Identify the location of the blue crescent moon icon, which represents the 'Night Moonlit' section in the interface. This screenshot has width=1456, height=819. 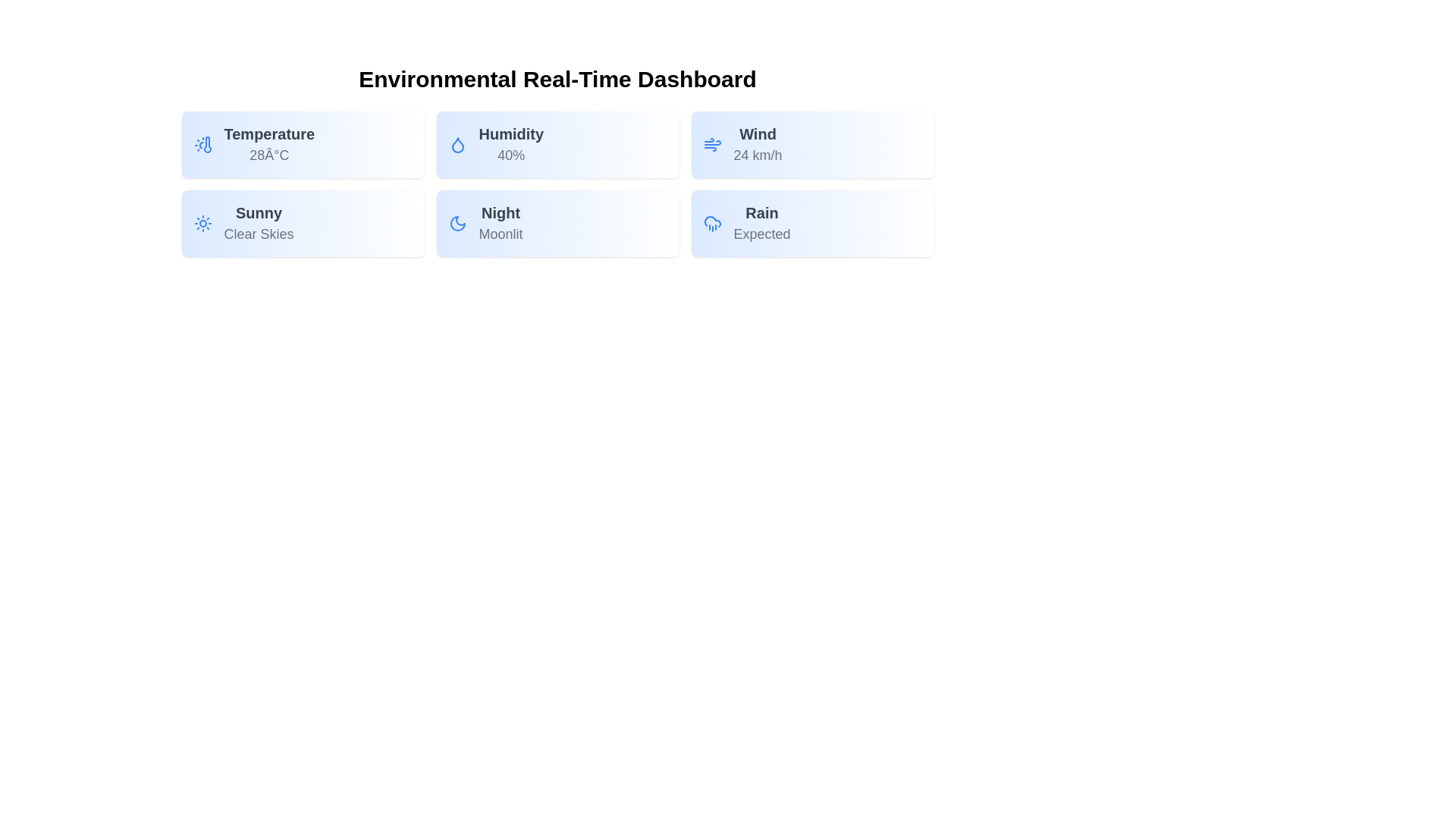
(457, 223).